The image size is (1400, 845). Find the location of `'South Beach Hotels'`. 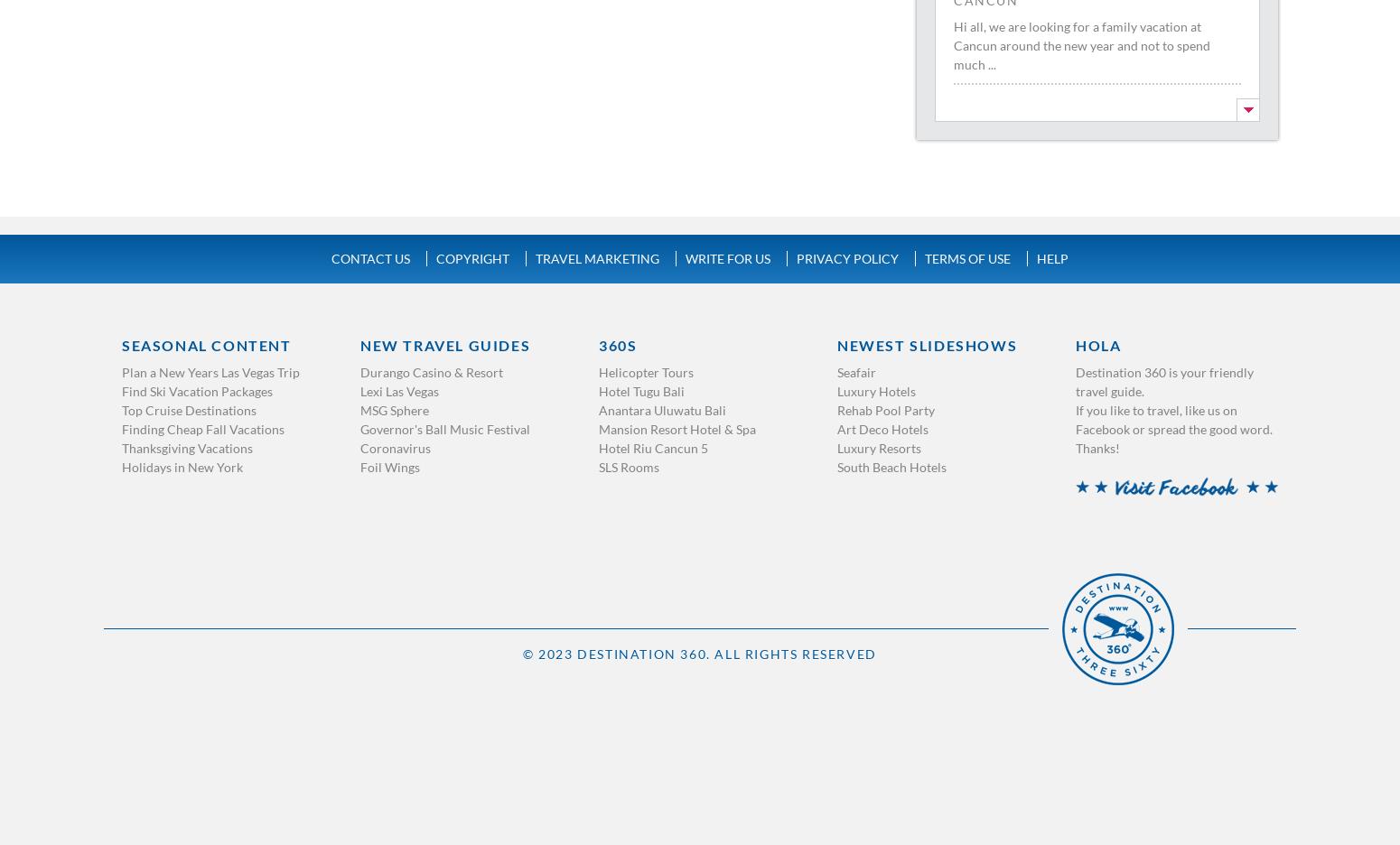

'South Beach Hotels' is located at coordinates (837, 466).